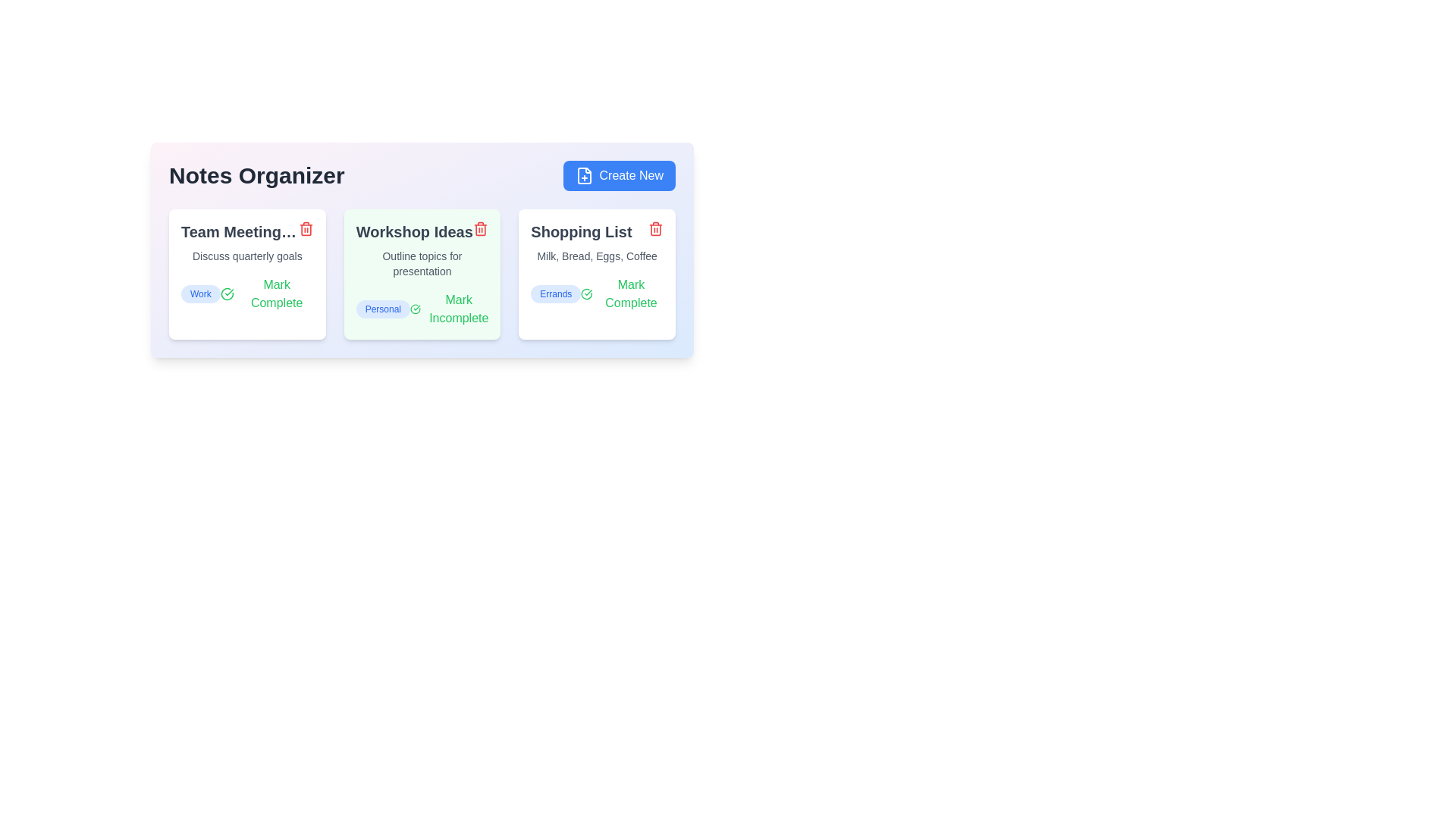  Describe the element at coordinates (266, 294) in the screenshot. I see `the toggle button for the note titled 'Team Meeting Notes' to mark it as complete or incomplete` at that location.